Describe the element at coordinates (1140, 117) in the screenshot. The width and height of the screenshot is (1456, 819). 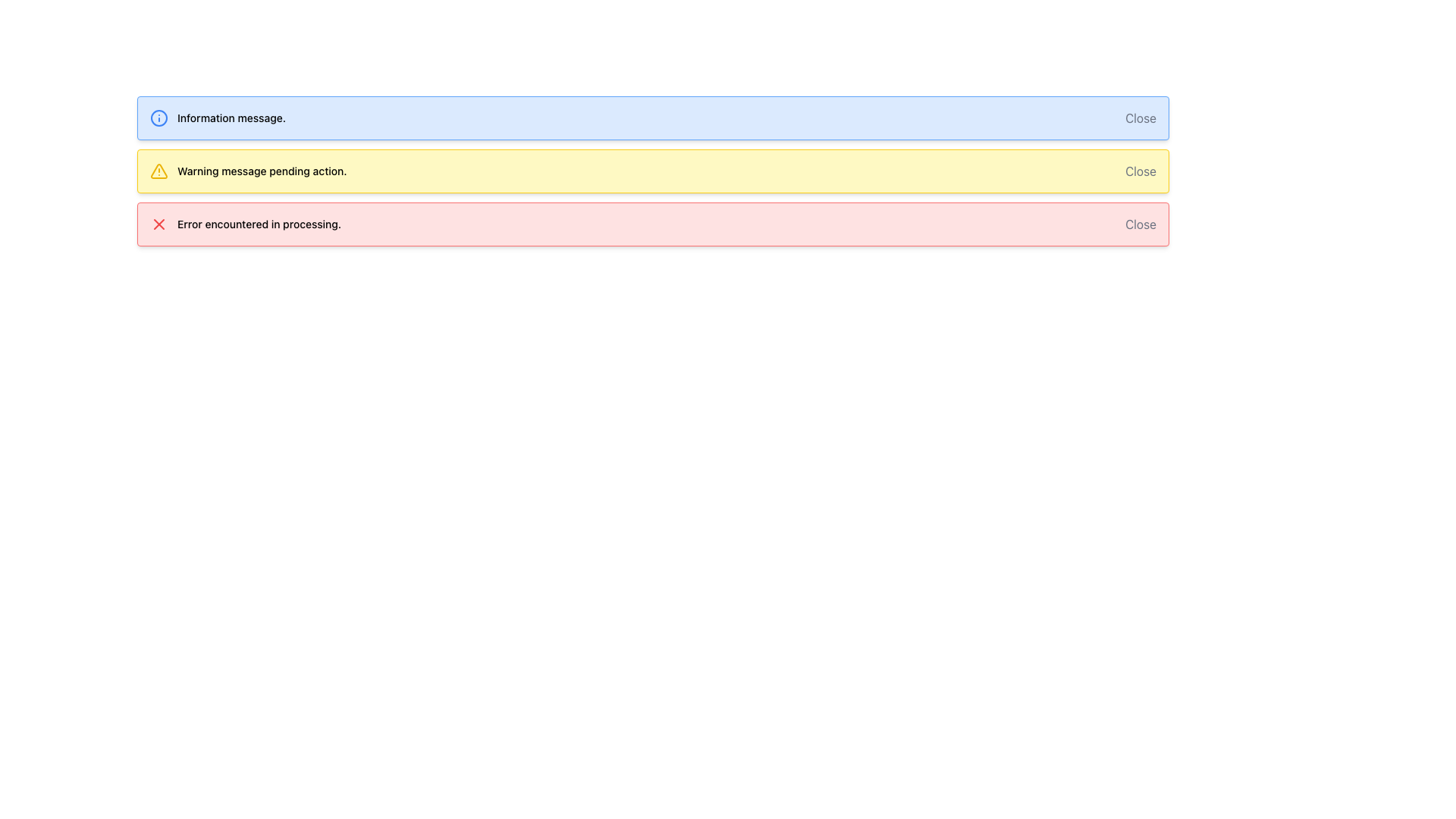
I see `the 'Close' button located at the upper right corner of the blue notification box` at that location.